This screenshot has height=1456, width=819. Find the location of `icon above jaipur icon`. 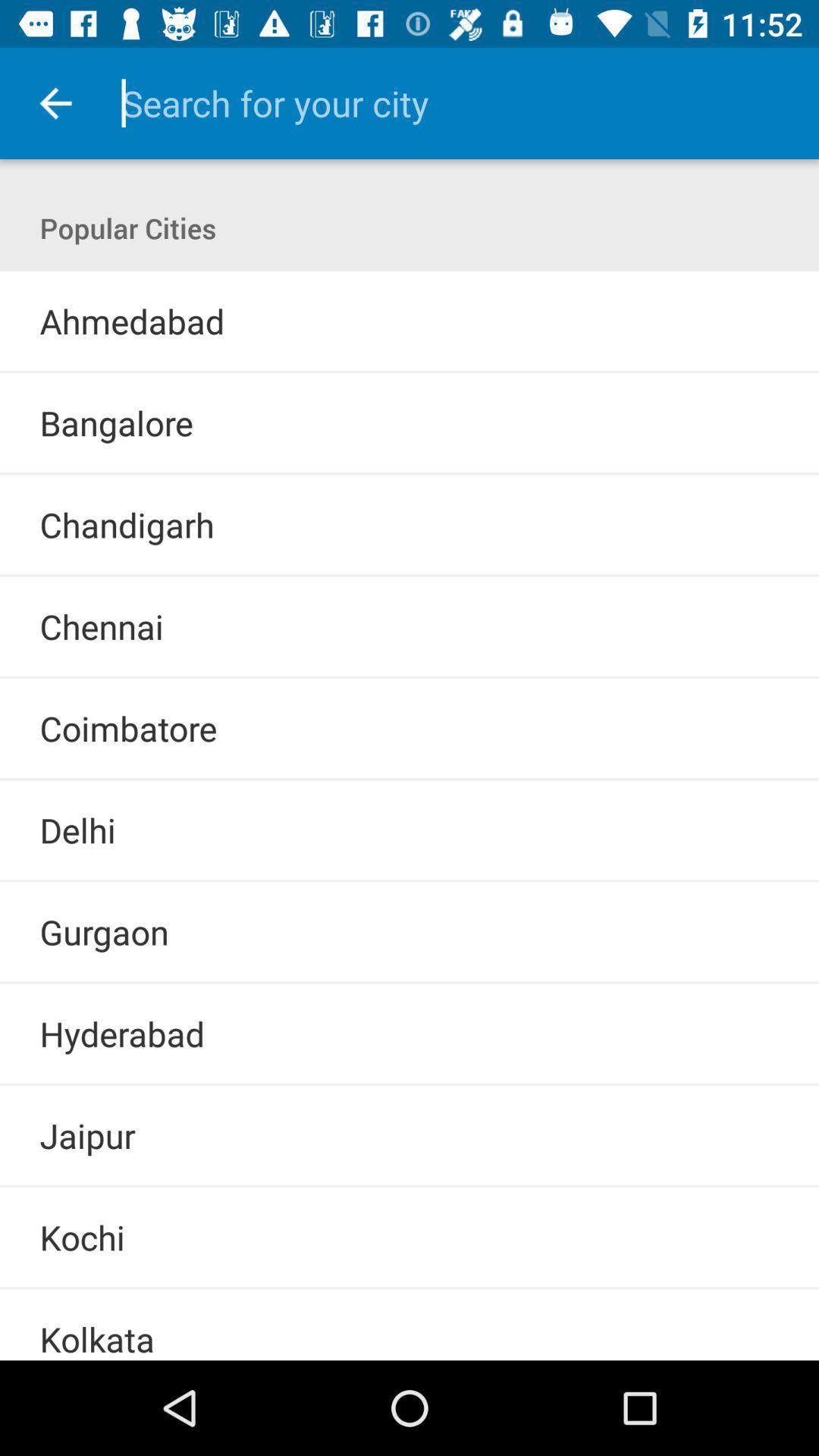

icon above jaipur icon is located at coordinates (409, 1084).